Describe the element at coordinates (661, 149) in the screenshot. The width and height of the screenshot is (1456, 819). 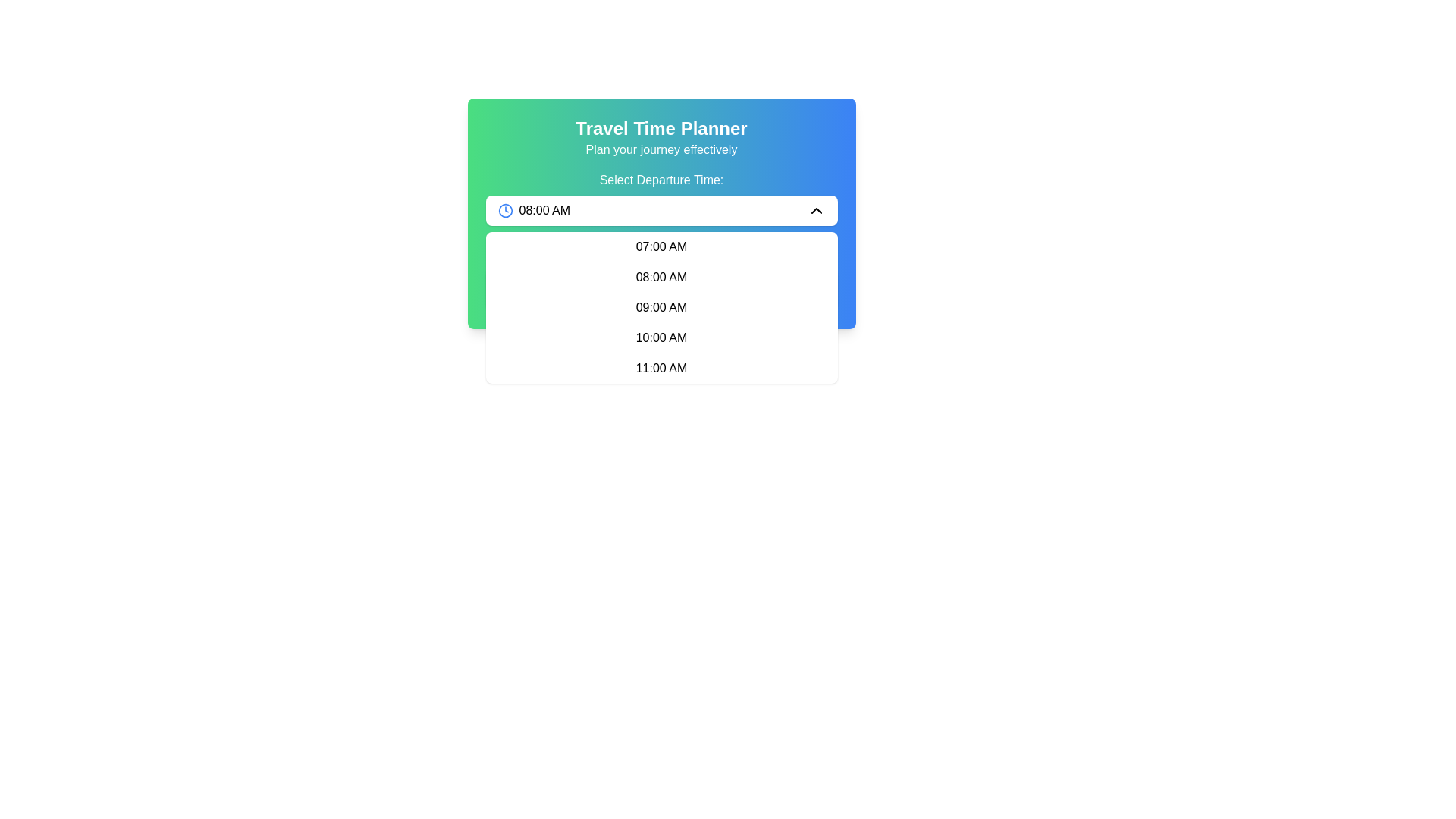
I see `the descriptive subheading or tagline text label located directly beneath the title 'Travel Time Planner'` at that location.